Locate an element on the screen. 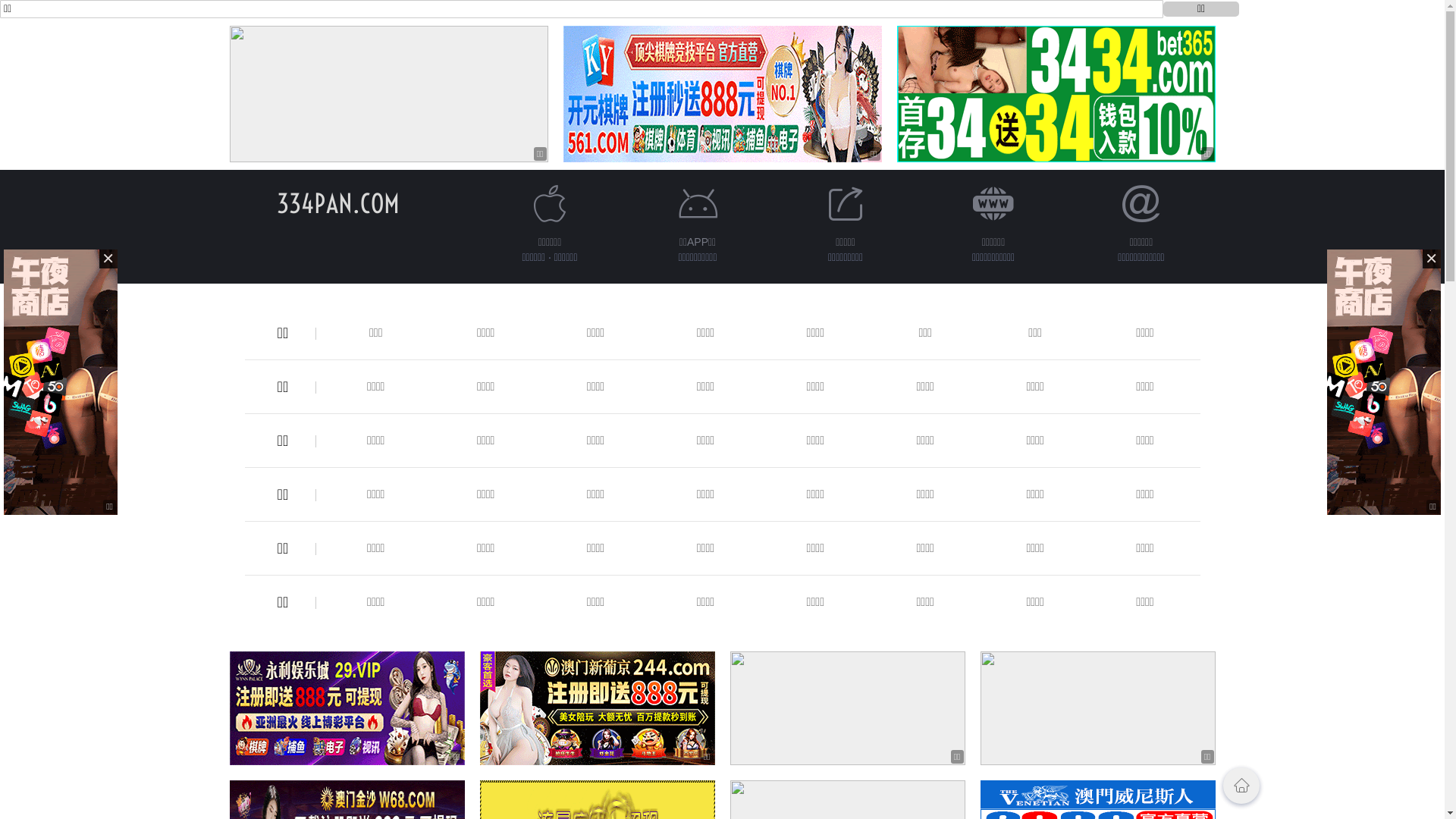 The image size is (1456, 819). '334PAN.COM' is located at coordinates (337, 202).